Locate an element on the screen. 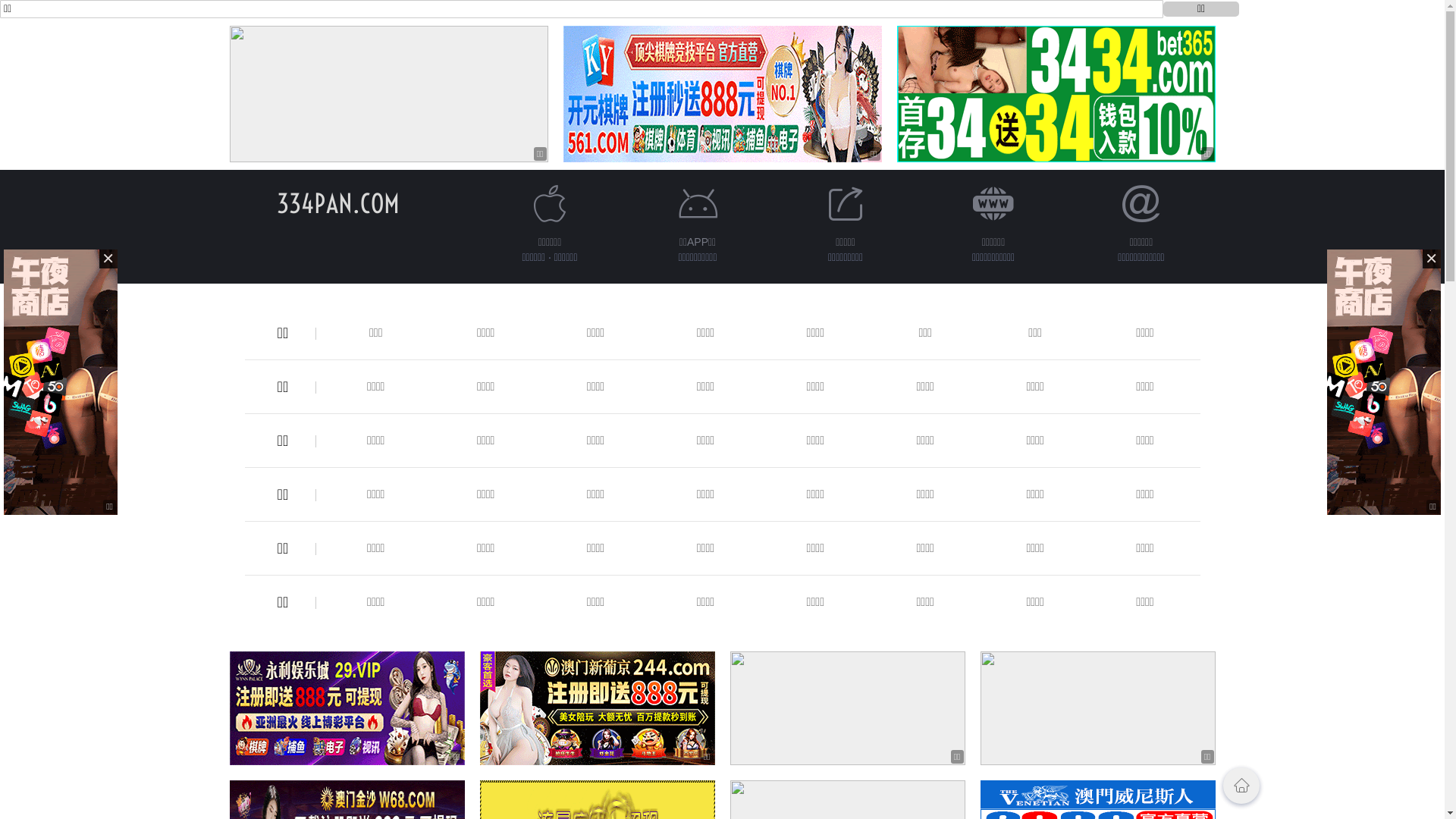 The image size is (1456, 819). '334PAN.COM' is located at coordinates (337, 202).